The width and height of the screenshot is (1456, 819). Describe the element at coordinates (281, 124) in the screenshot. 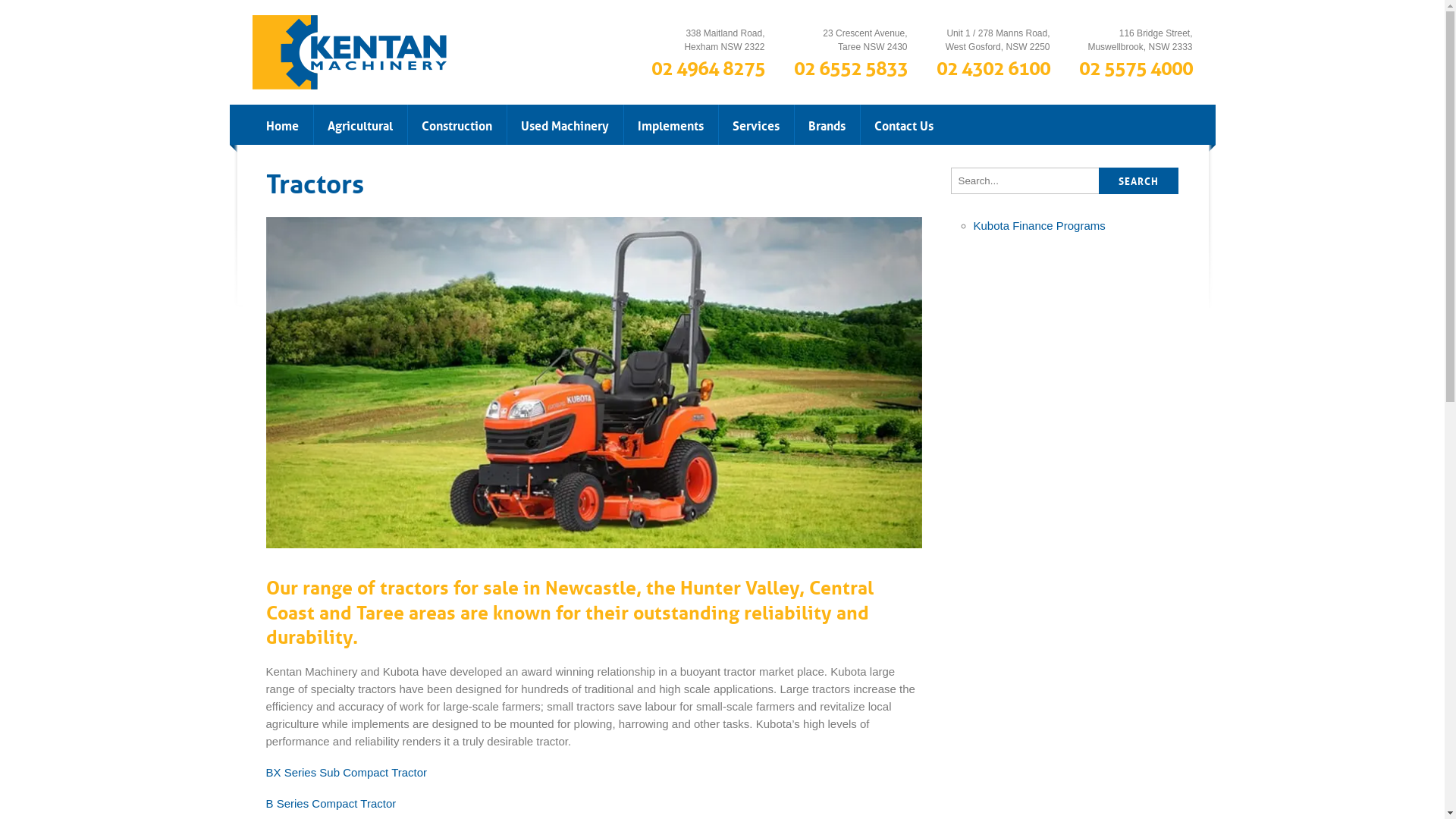

I see `'Home'` at that location.